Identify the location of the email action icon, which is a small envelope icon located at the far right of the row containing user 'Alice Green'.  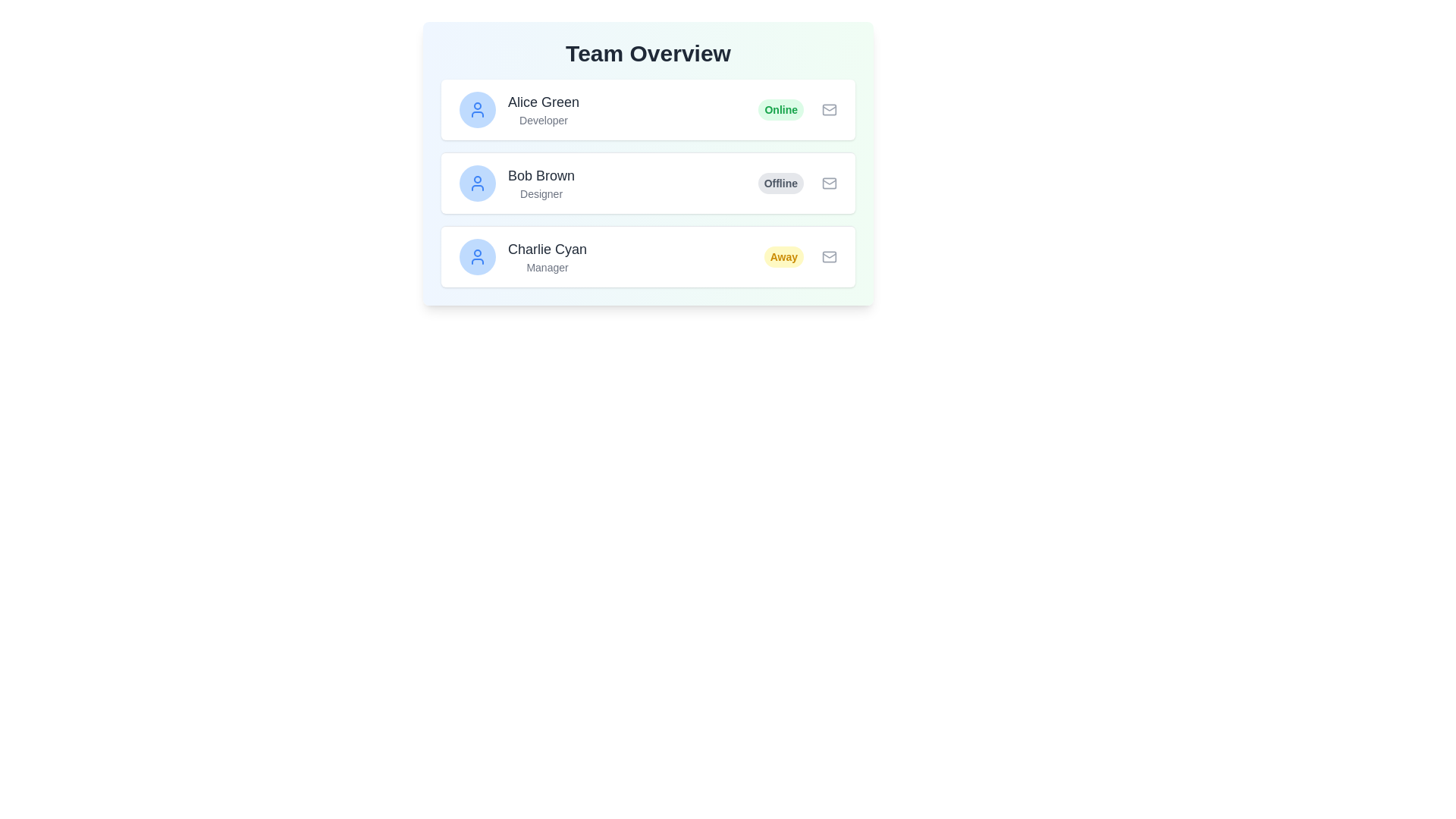
(829, 109).